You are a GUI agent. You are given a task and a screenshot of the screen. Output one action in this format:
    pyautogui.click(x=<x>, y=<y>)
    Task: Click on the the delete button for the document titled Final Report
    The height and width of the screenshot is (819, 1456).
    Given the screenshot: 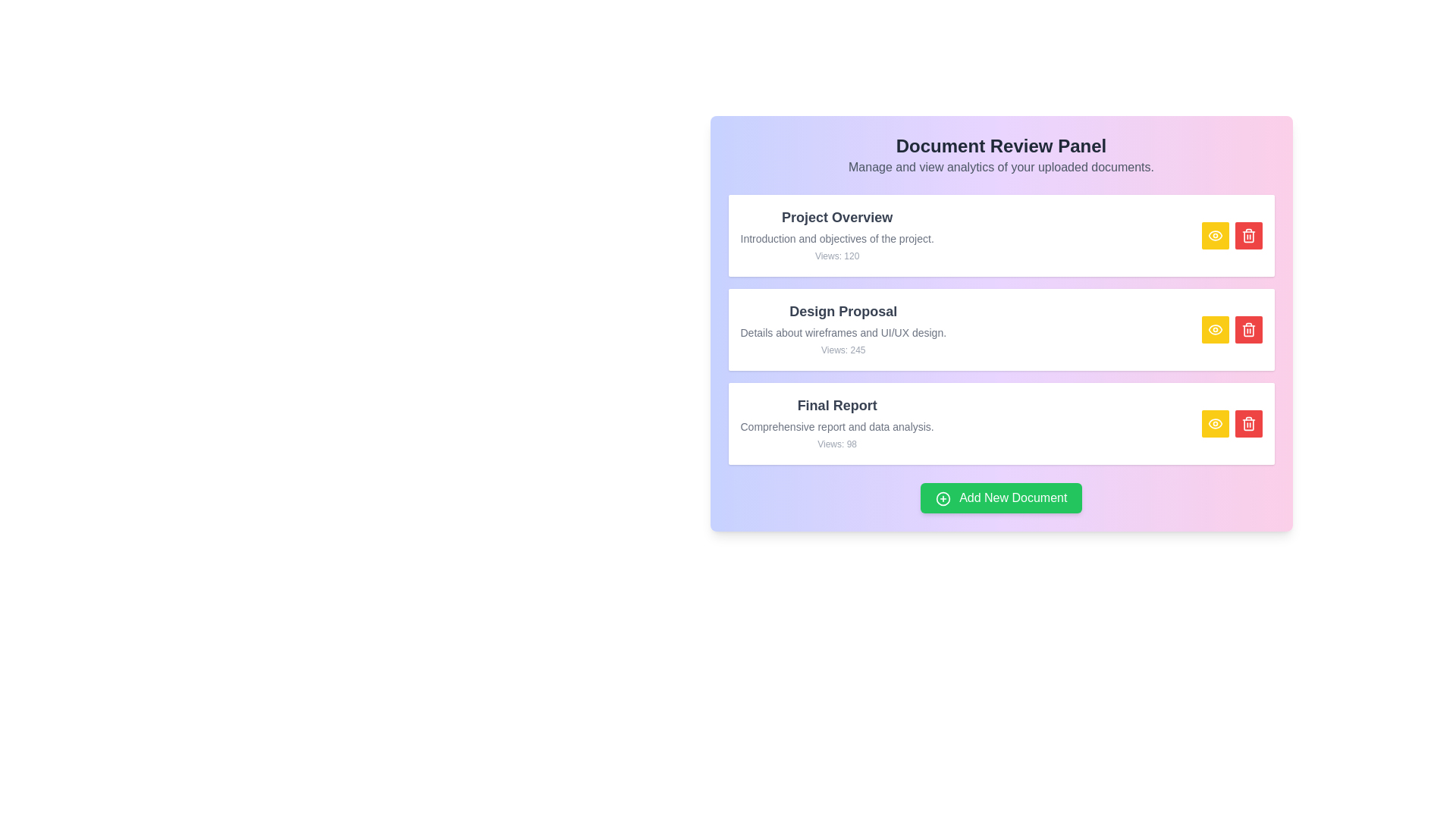 What is the action you would take?
    pyautogui.click(x=1248, y=424)
    